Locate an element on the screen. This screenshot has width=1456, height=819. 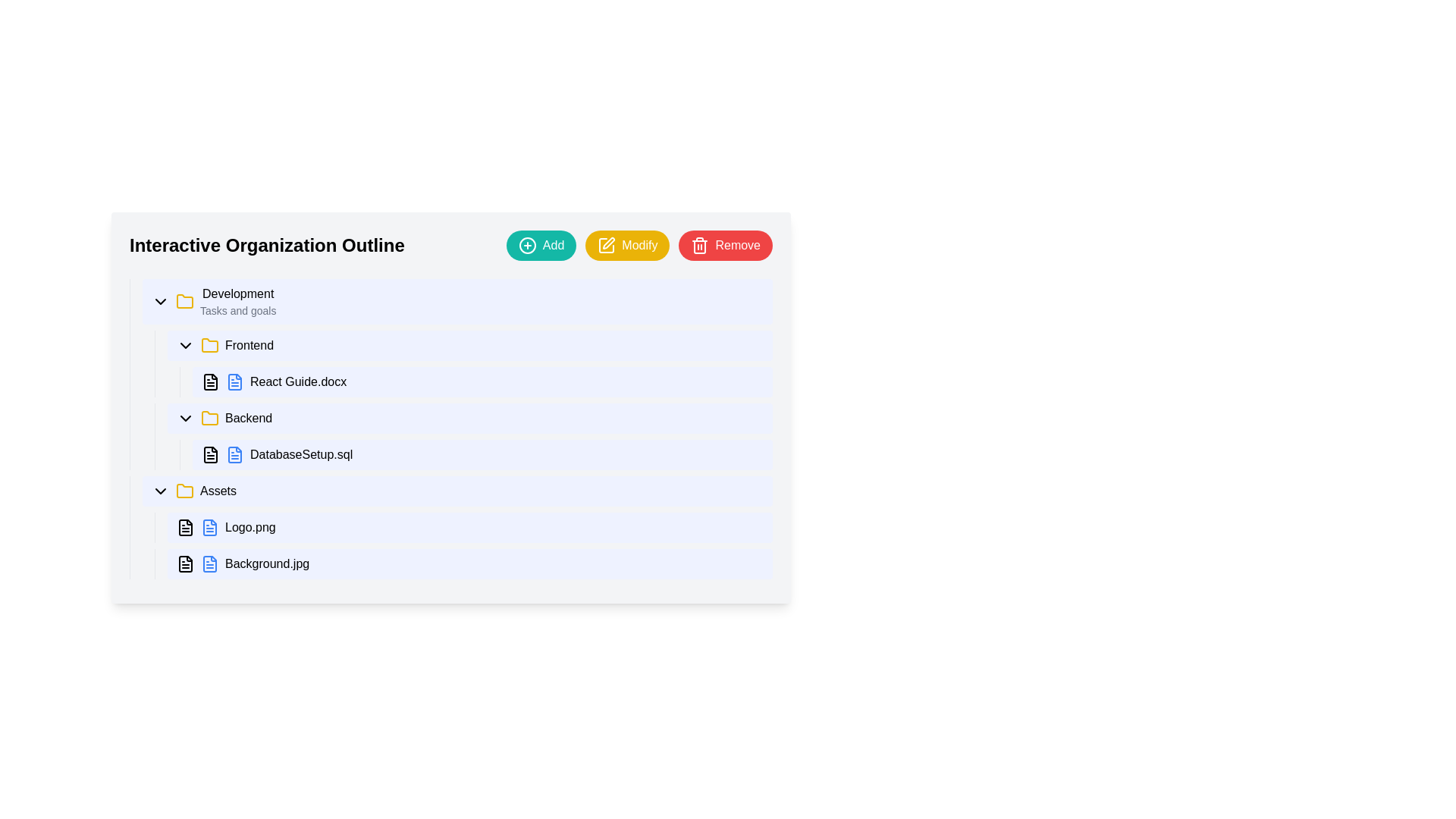
the file named 'DatabaseSetup.sql' from the 'Backend' section is located at coordinates (469, 454).